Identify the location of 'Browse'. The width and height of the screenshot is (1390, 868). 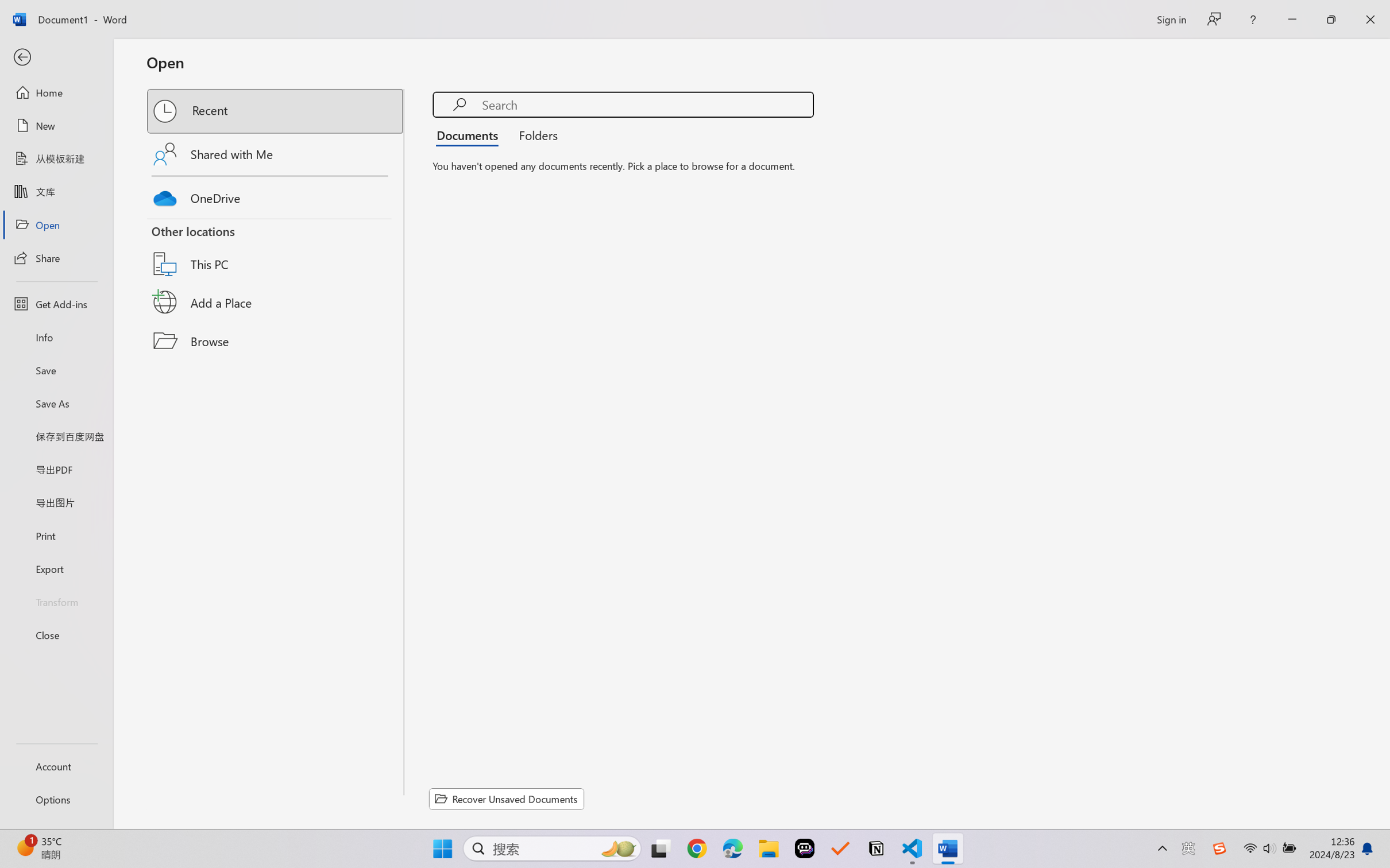
(276, 340).